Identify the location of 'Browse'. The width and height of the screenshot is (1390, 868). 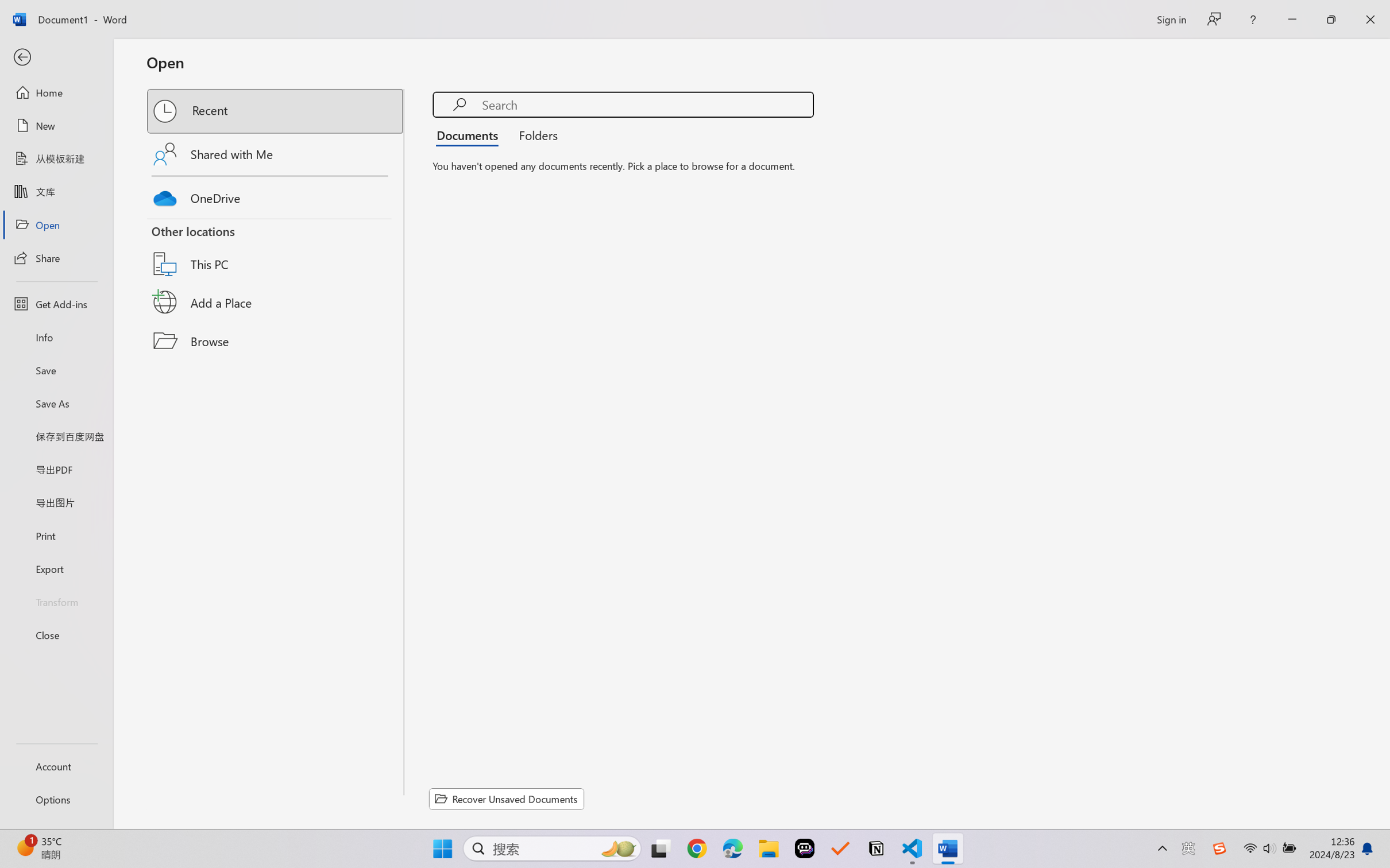
(276, 340).